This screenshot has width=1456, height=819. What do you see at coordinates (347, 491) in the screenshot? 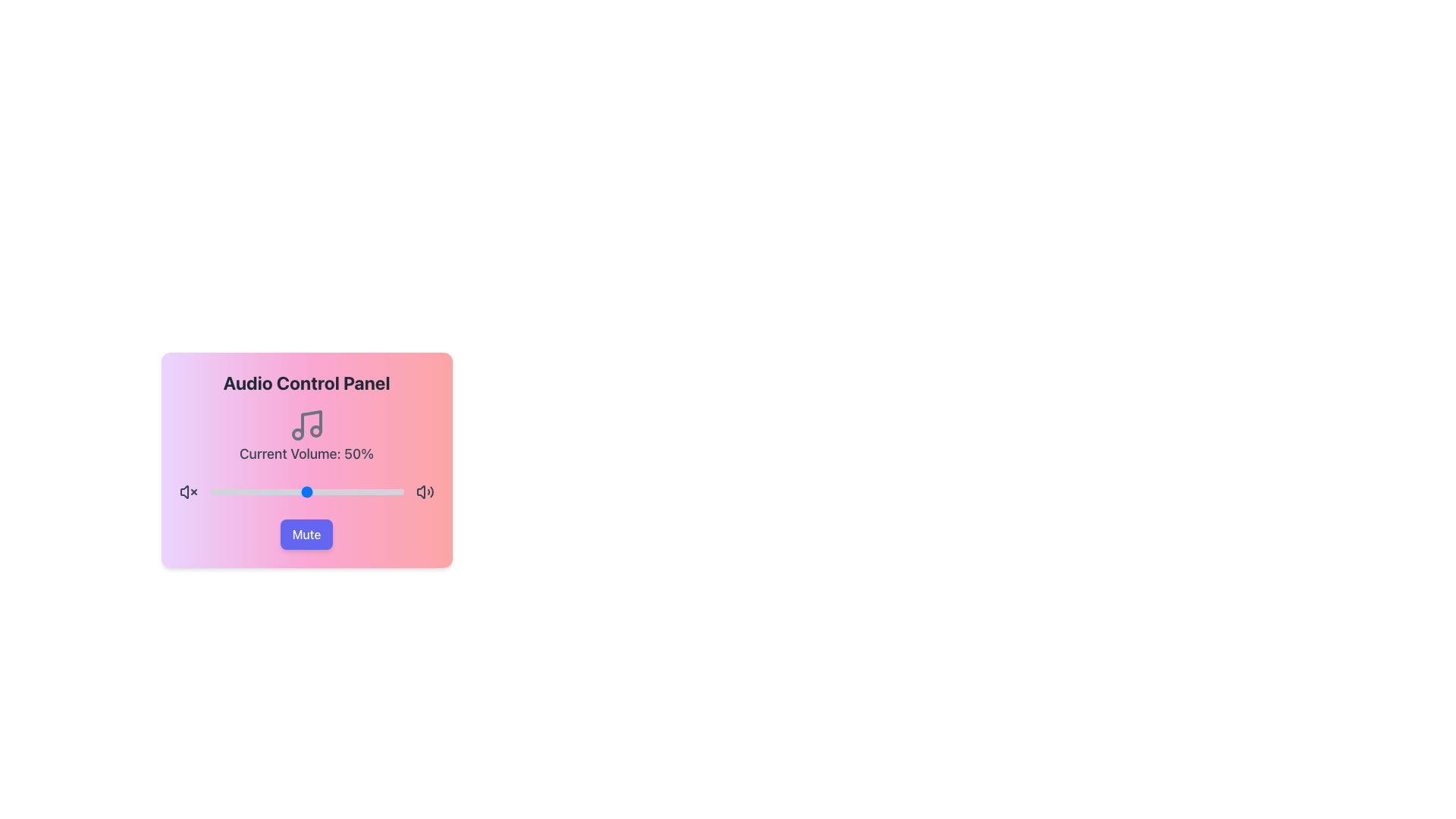
I see `the volume` at bounding box center [347, 491].